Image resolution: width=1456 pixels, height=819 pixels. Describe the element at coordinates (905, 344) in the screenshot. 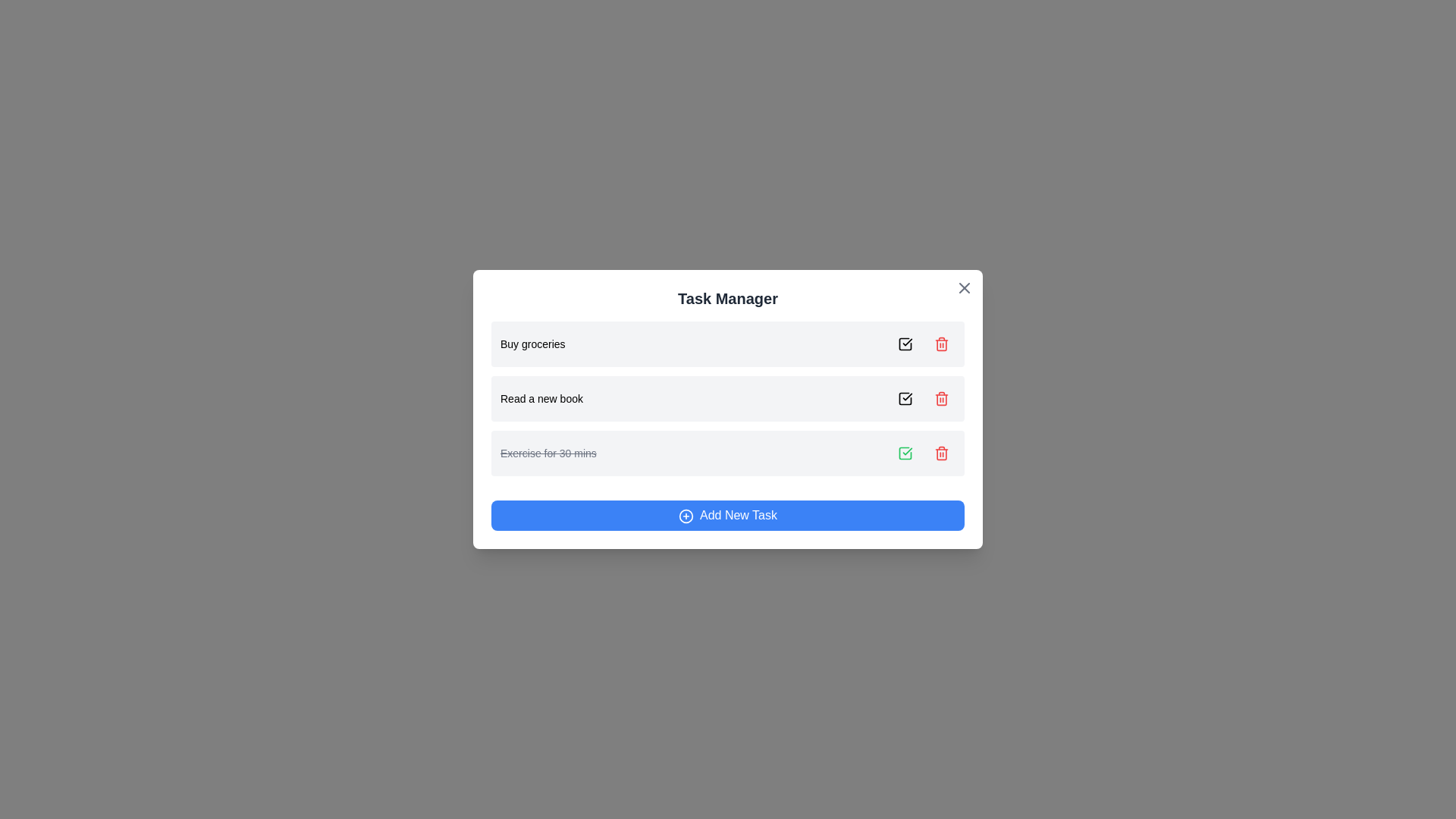

I see `the checkbox located in the topmost row of the task list, positioned to the right of the 'Buy groceries' task text` at that location.